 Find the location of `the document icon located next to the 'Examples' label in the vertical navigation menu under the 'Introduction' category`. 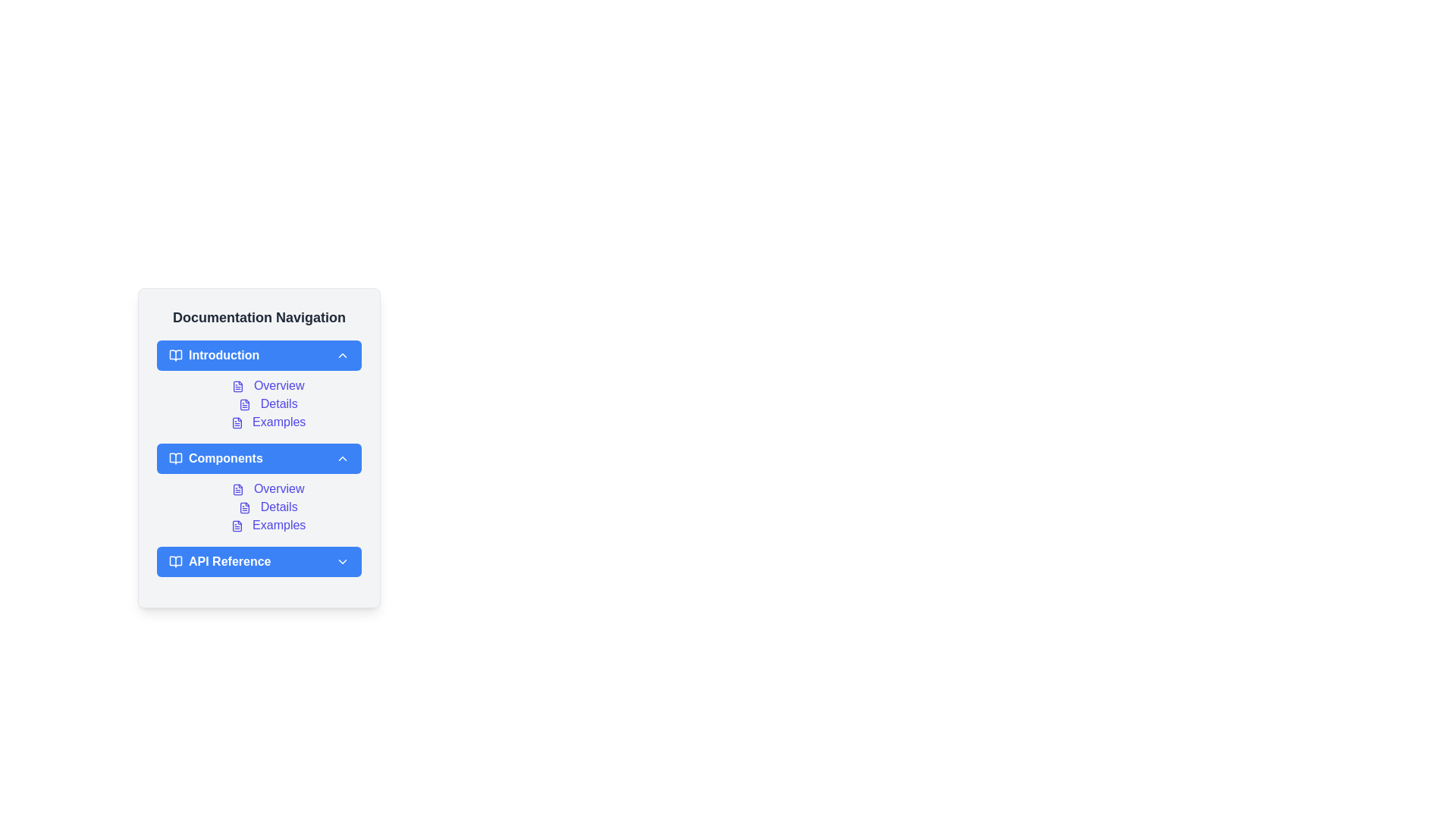

the document icon located next to the 'Examples' label in the vertical navigation menu under the 'Introduction' category is located at coordinates (236, 422).